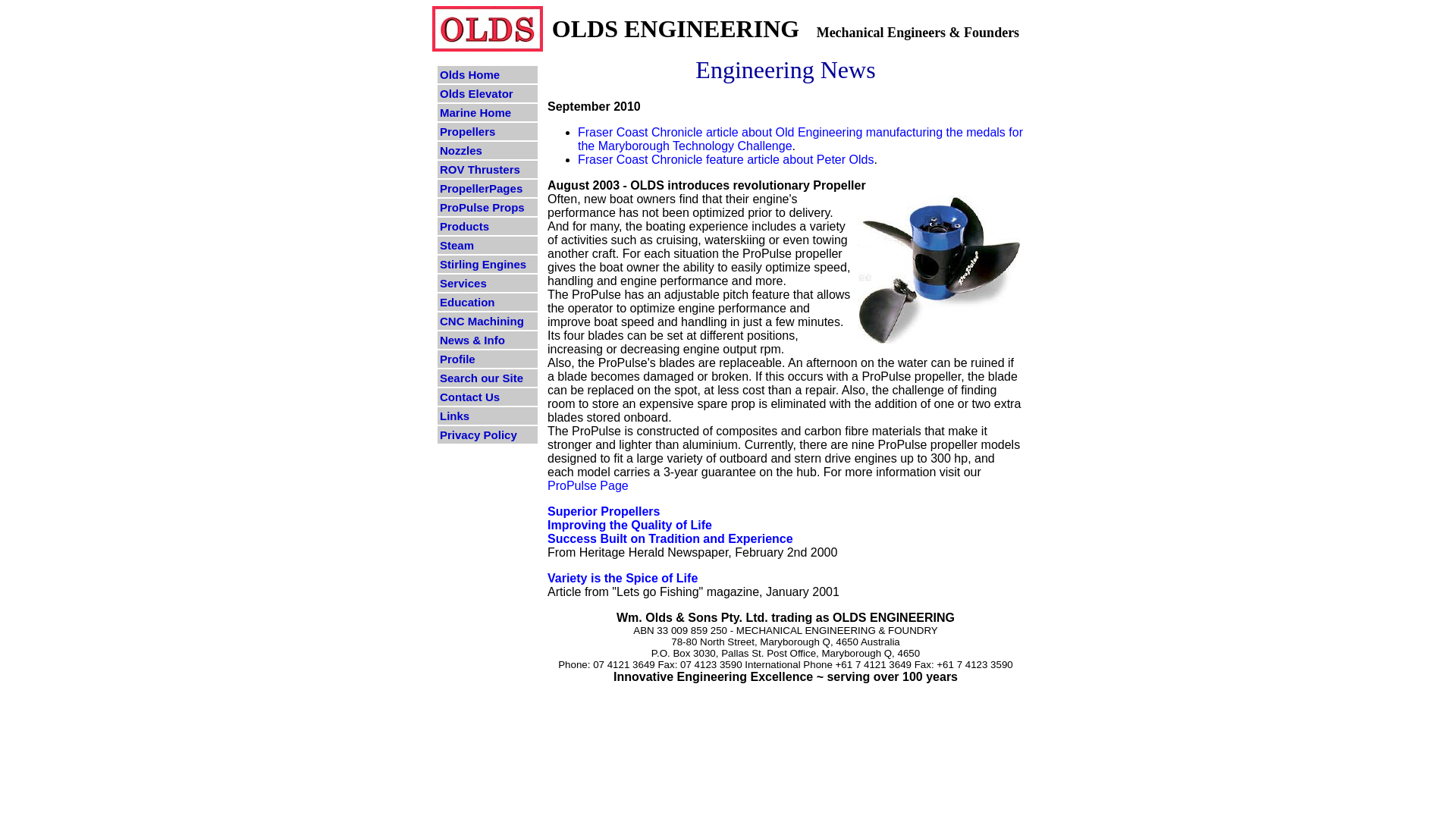 This screenshot has width=1456, height=819. Describe the element at coordinates (488, 377) in the screenshot. I see `'Search our Site'` at that location.